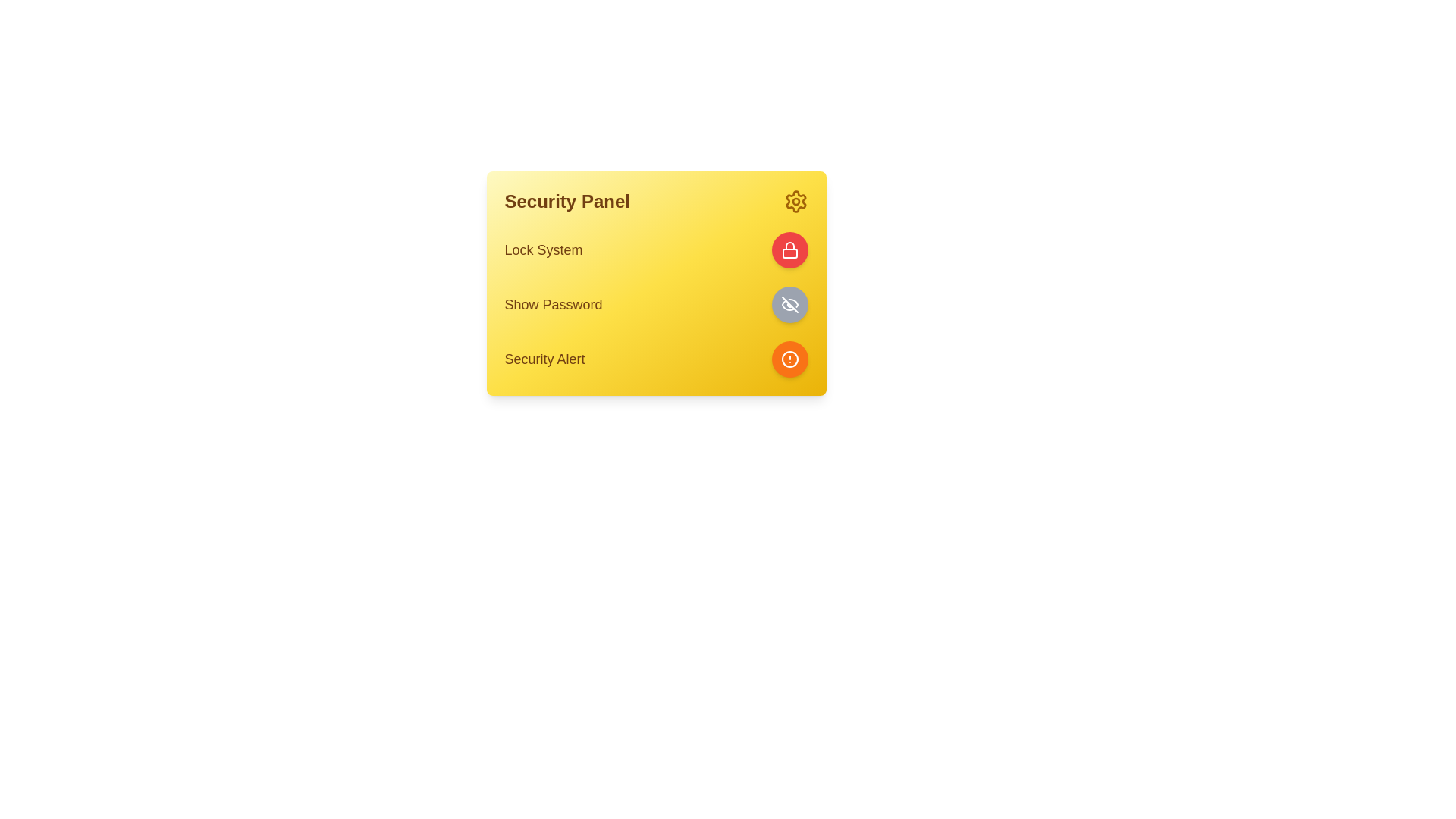 This screenshot has height=819, width=1456. What do you see at coordinates (795, 201) in the screenshot?
I see `the gear-shaped settings icon located at the top-right corner of the yellow 'Security Panel'` at bounding box center [795, 201].